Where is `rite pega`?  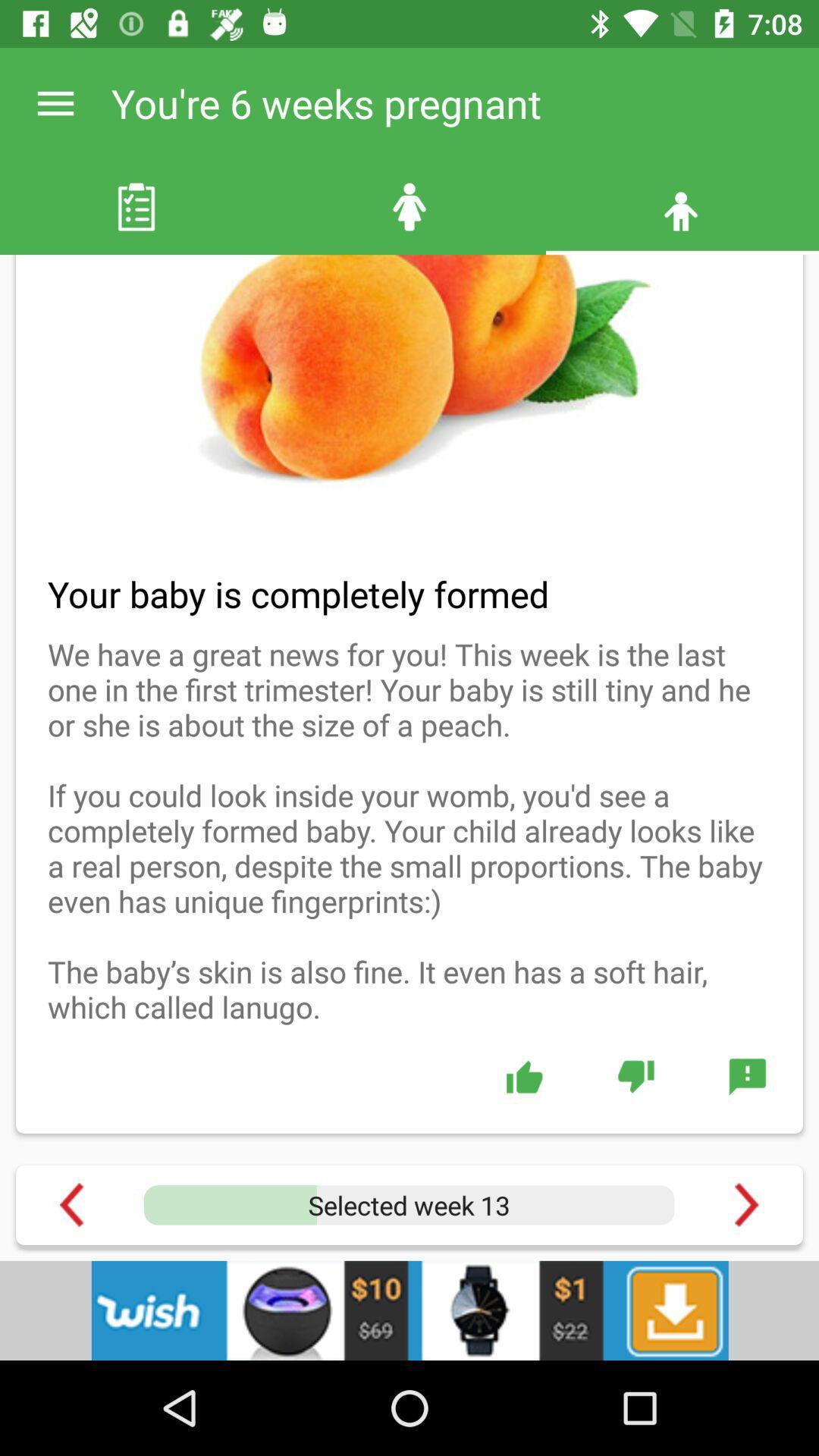 rite pega is located at coordinates (523, 1075).